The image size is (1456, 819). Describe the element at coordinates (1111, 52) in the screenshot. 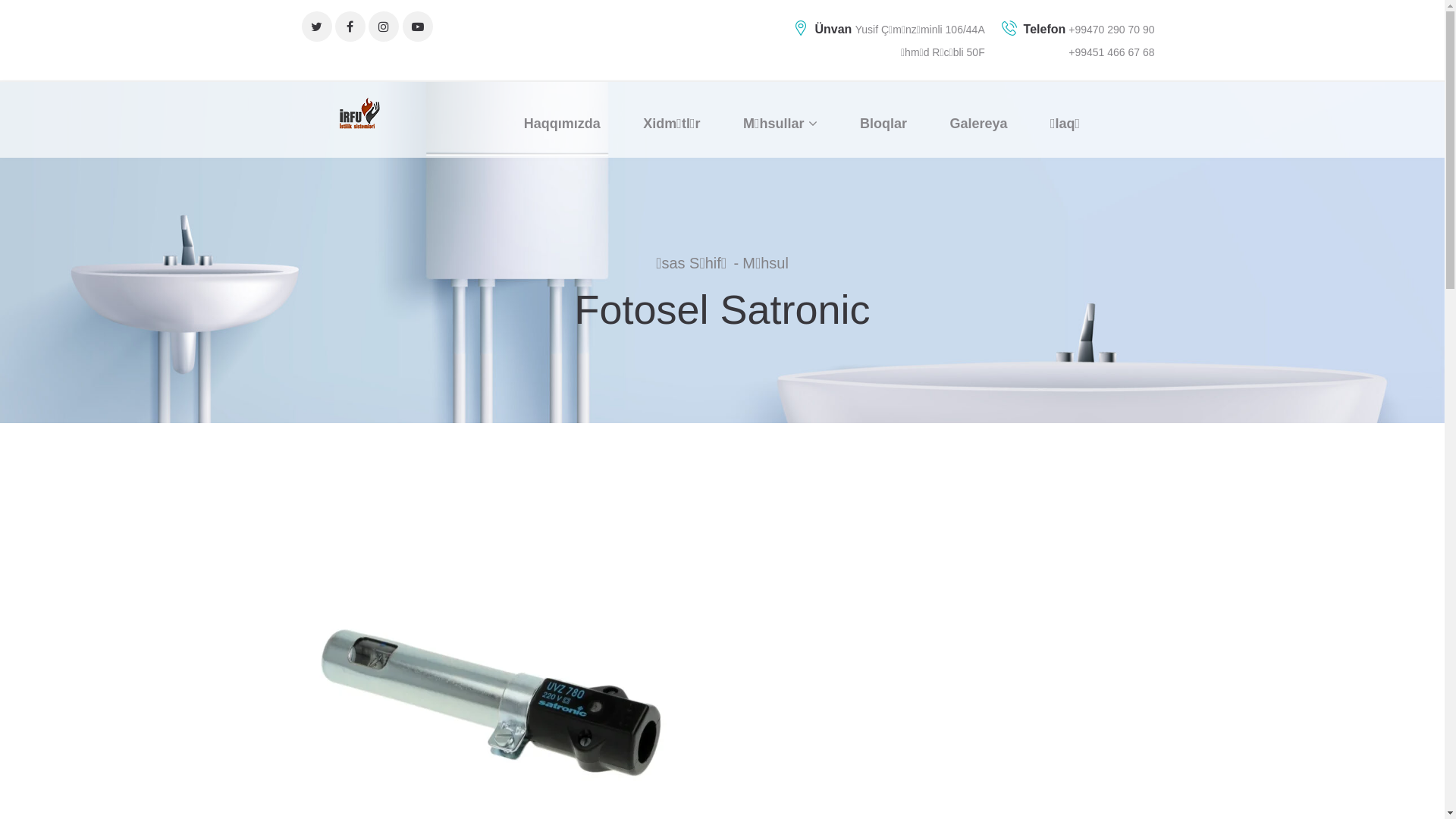

I see `'+99451 466 67 68'` at that location.